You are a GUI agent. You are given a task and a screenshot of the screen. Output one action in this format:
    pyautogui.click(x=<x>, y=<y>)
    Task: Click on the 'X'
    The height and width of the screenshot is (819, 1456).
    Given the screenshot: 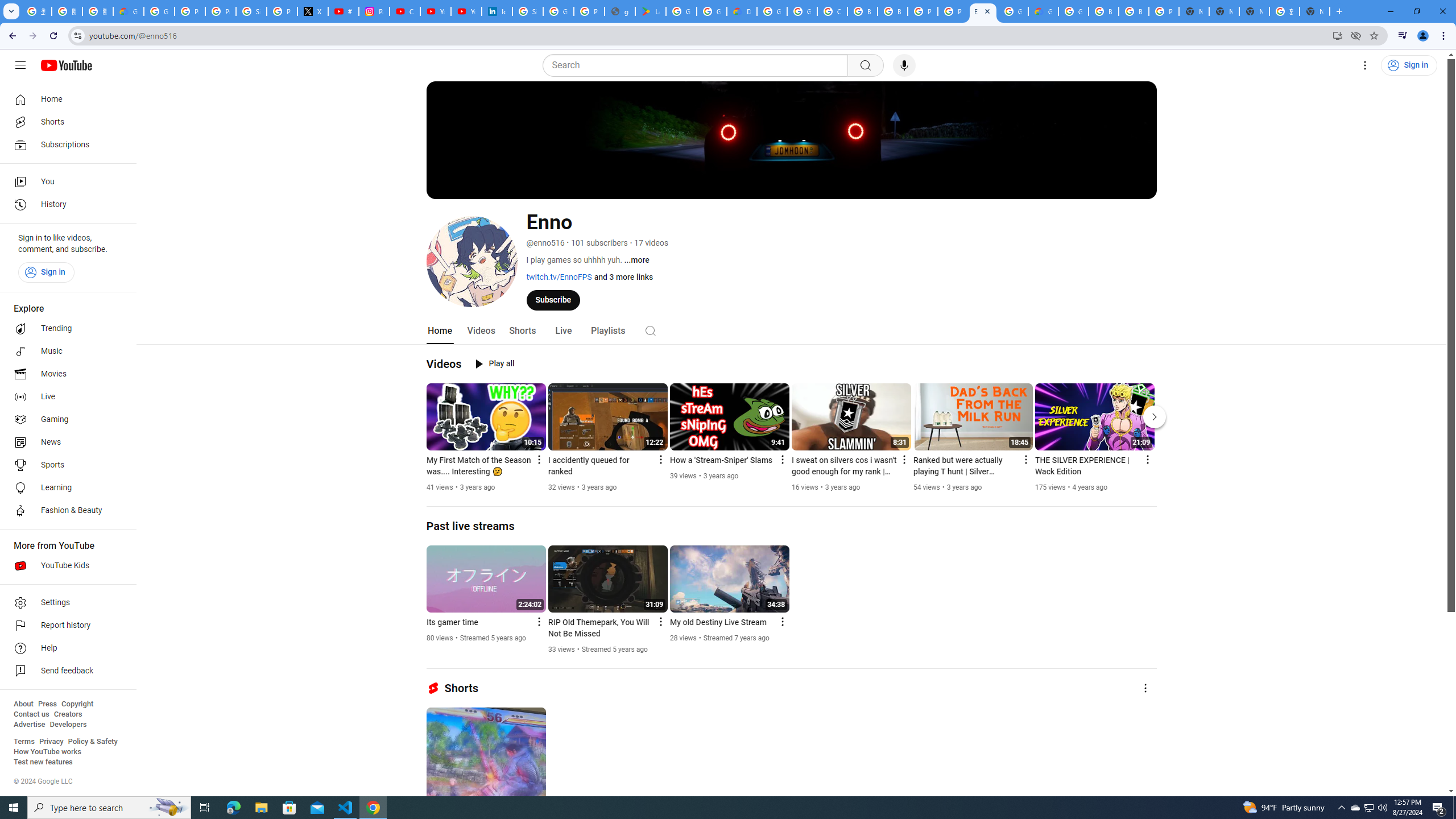 What is the action you would take?
    pyautogui.click(x=313, y=11)
    